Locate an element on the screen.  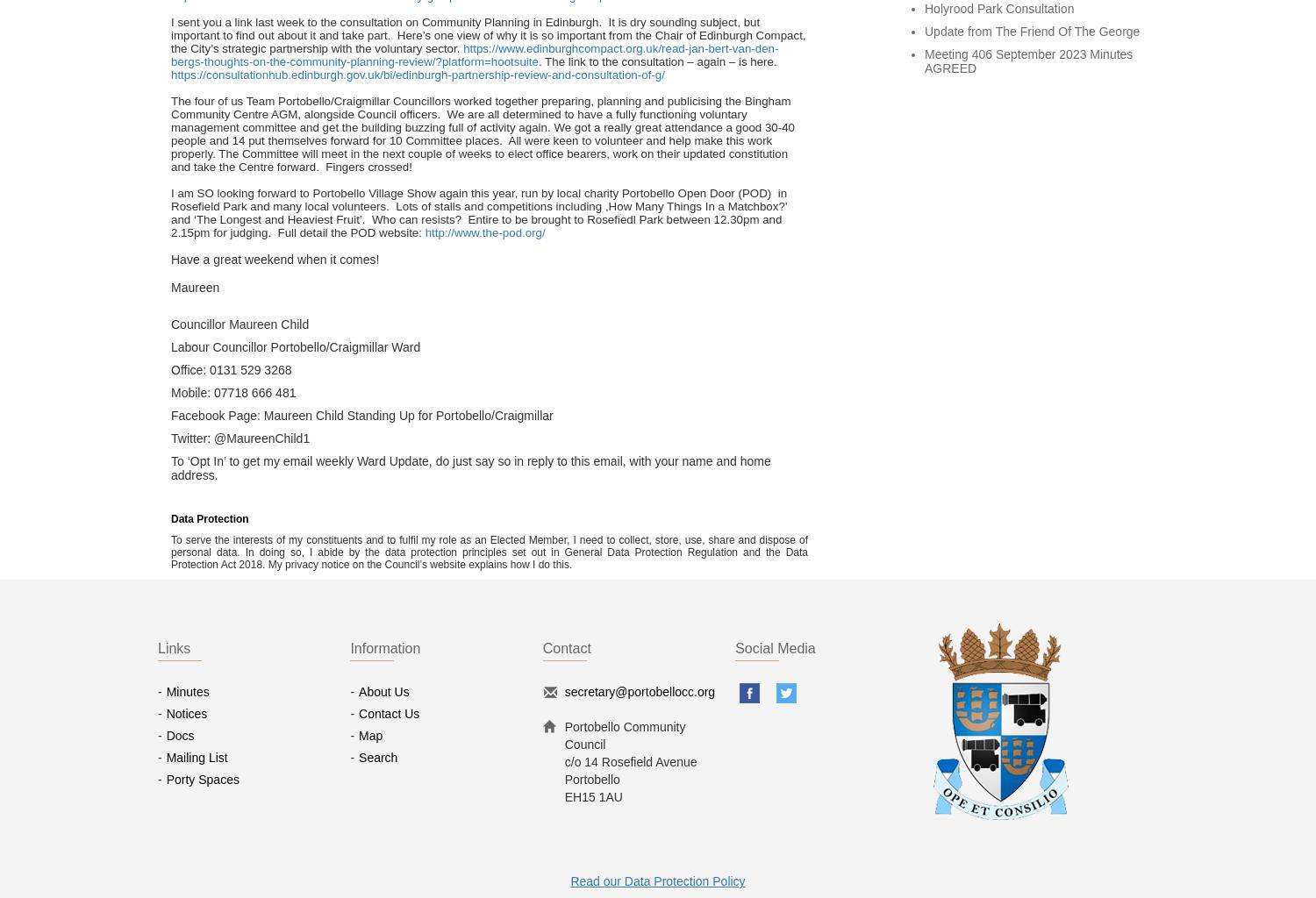
'Docs' is located at coordinates (179, 734).